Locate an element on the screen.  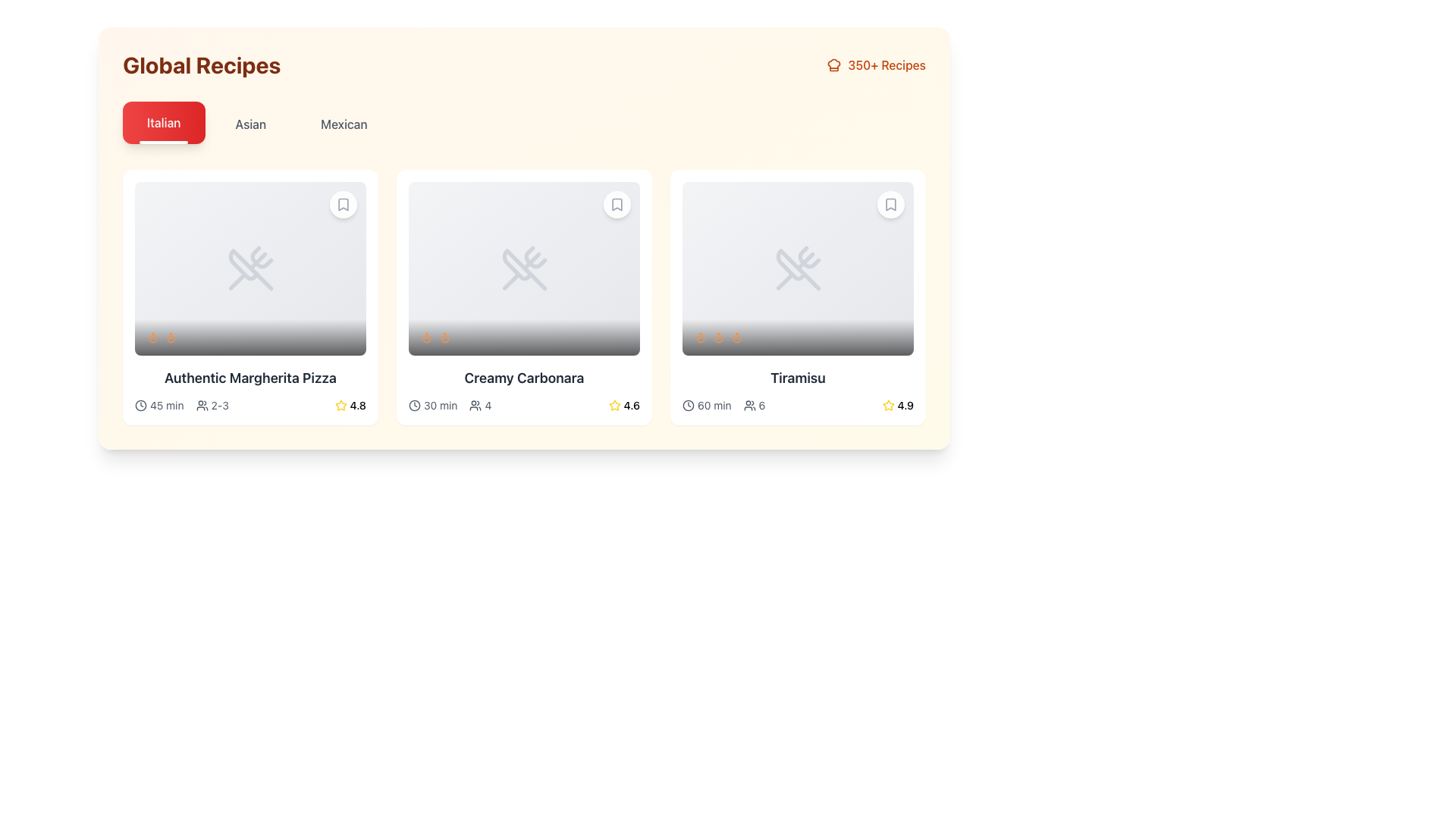
the spiciness icon located at the bottom-left corner of the 'Creamy Carbonara' card, which visually represents the heat level or popularity is located at coordinates (736, 336).